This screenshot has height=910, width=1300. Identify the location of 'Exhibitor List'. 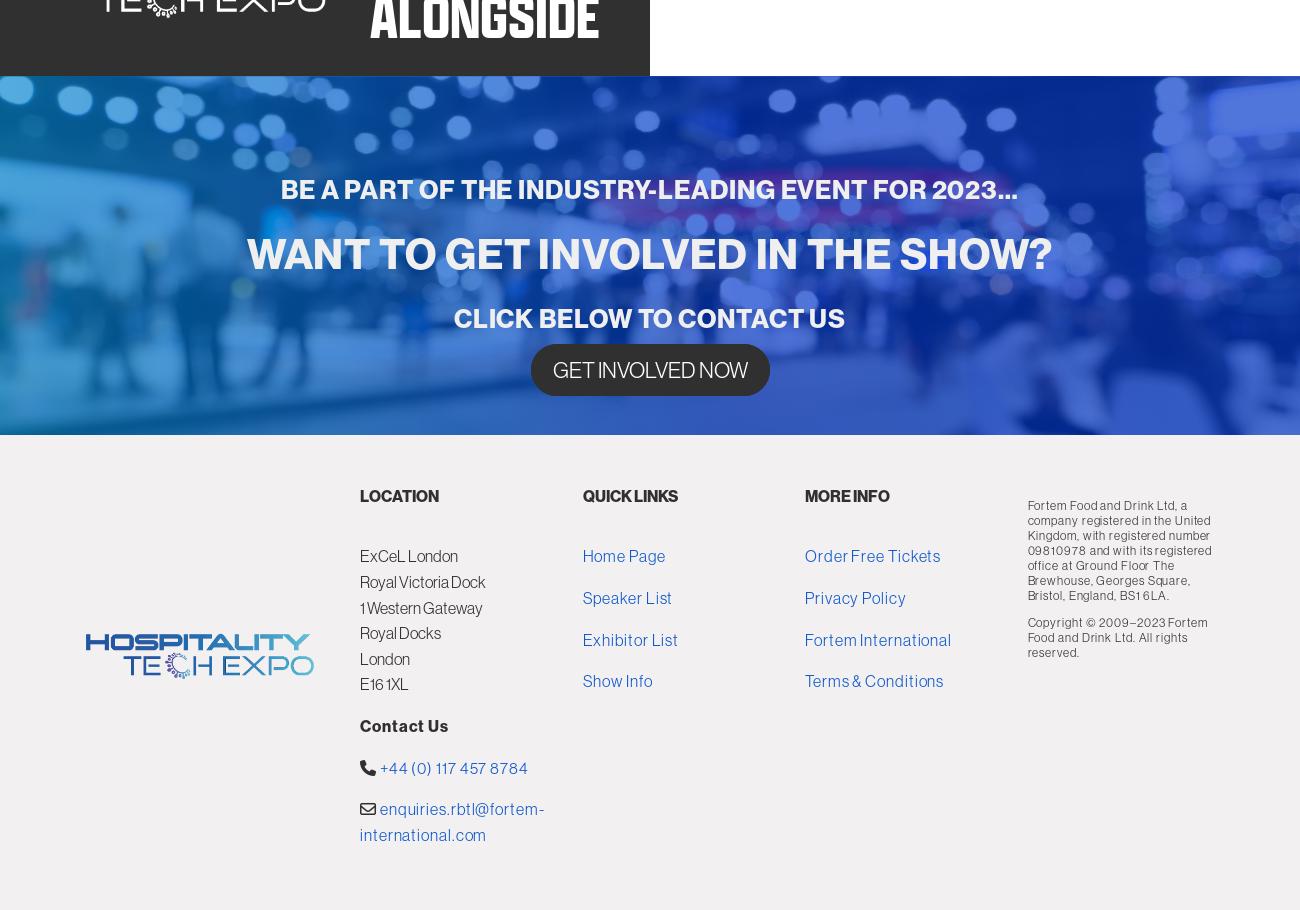
(581, 769).